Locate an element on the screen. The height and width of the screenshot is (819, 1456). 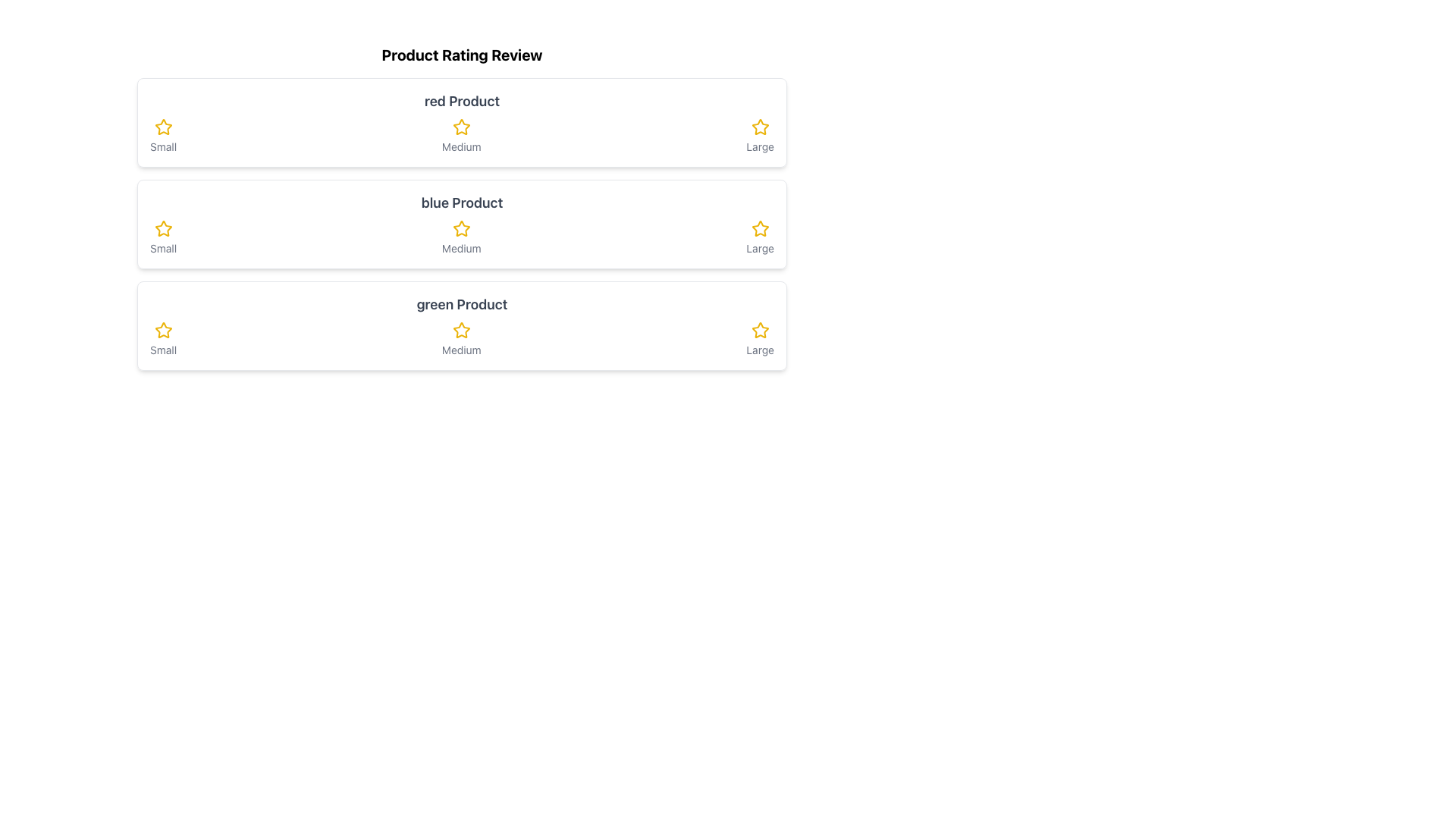
label of the 'Medium' selection option in the Green Product section, which is the middle item in a horizontal layout containing 'Small', 'Medium', and 'Large' is located at coordinates (460, 338).